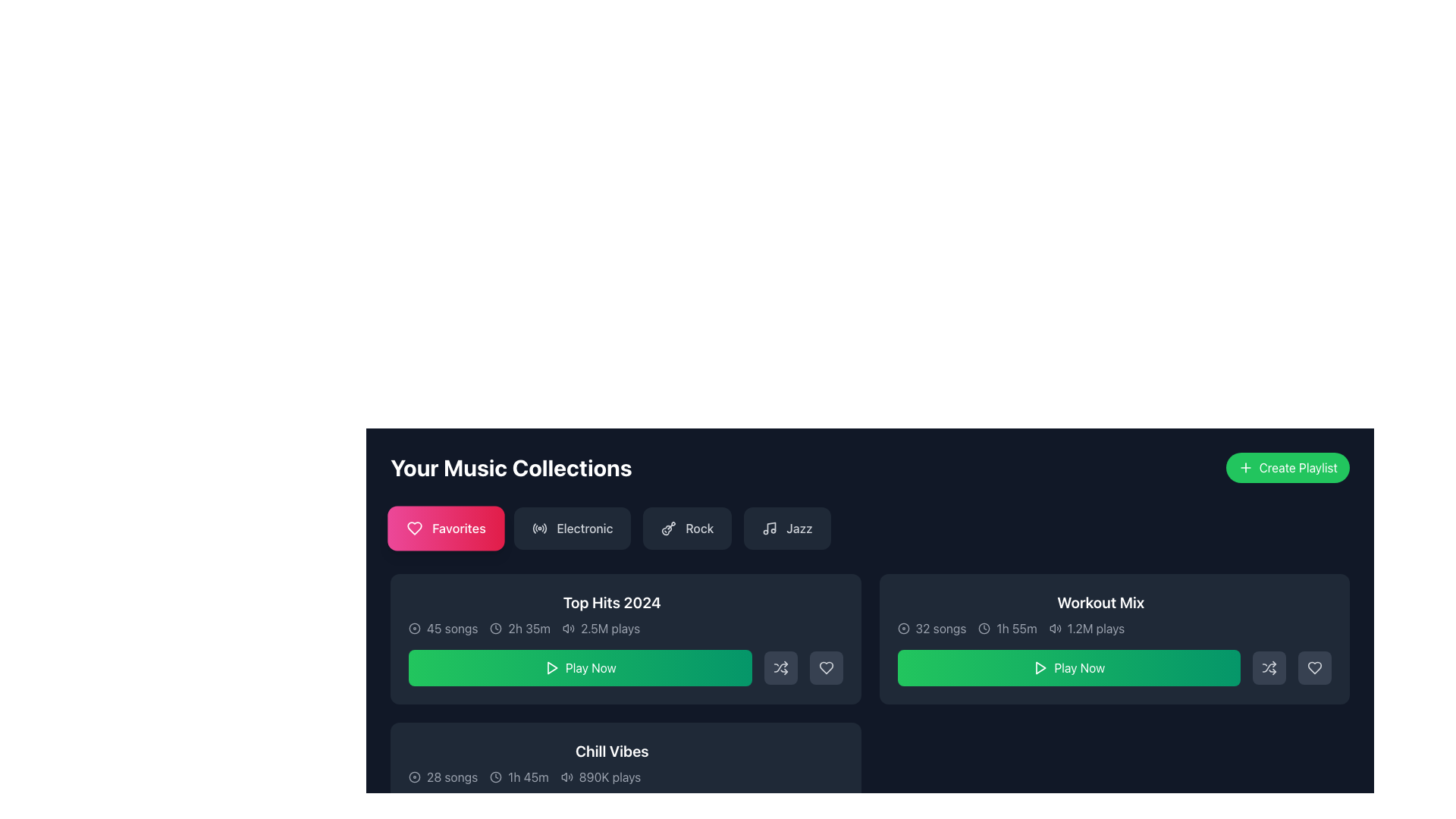 This screenshot has height=819, width=1456. Describe the element at coordinates (565, 629) in the screenshot. I see `the volume or sound level adjustment icon located in the card labeled 'Top Hits 2024', near the center of the bottom half` at that location.